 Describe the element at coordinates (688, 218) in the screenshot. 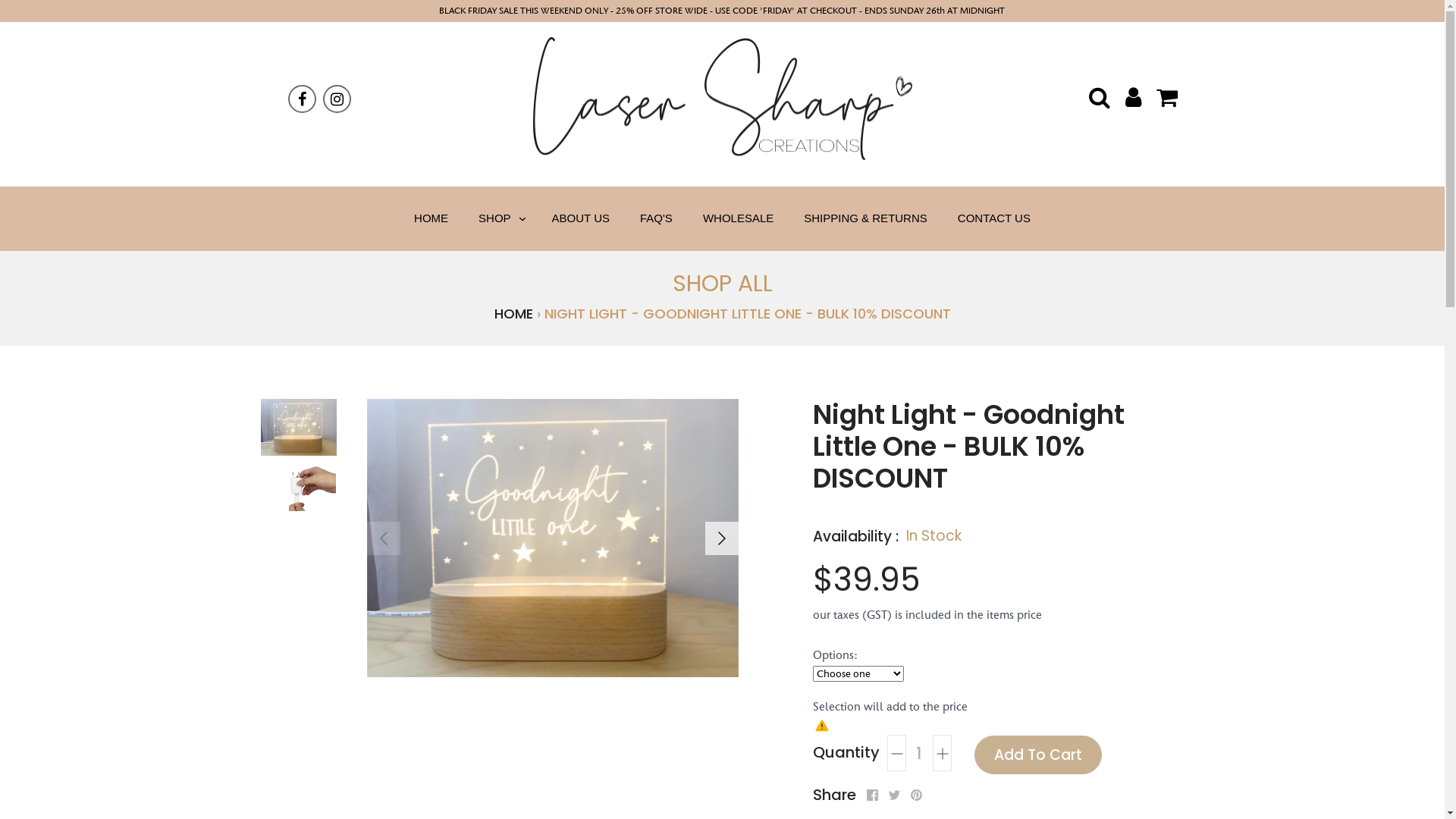

I see `'WHOLESALE'` at that location.